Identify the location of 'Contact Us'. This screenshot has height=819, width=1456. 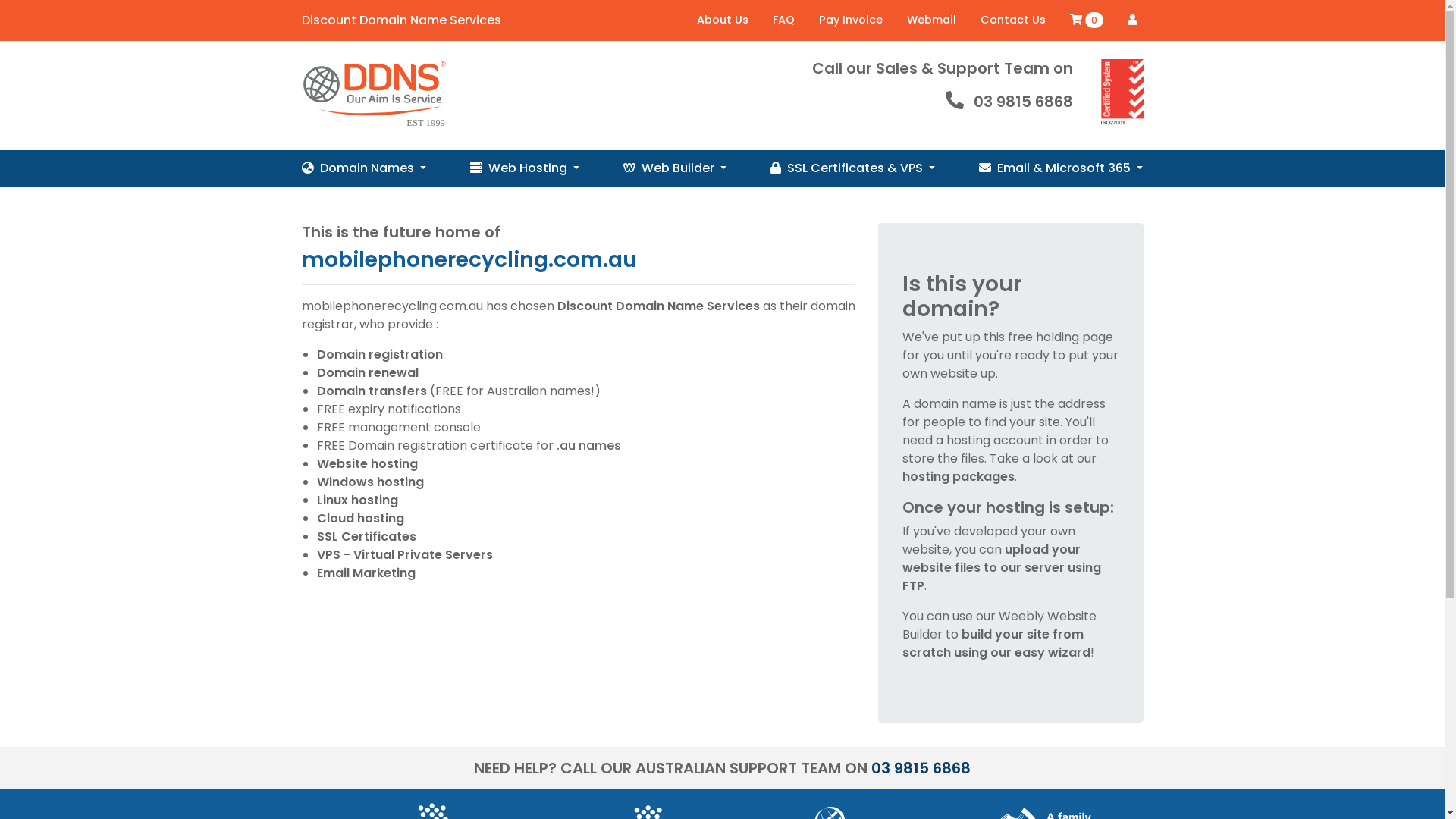
(1012, 20).